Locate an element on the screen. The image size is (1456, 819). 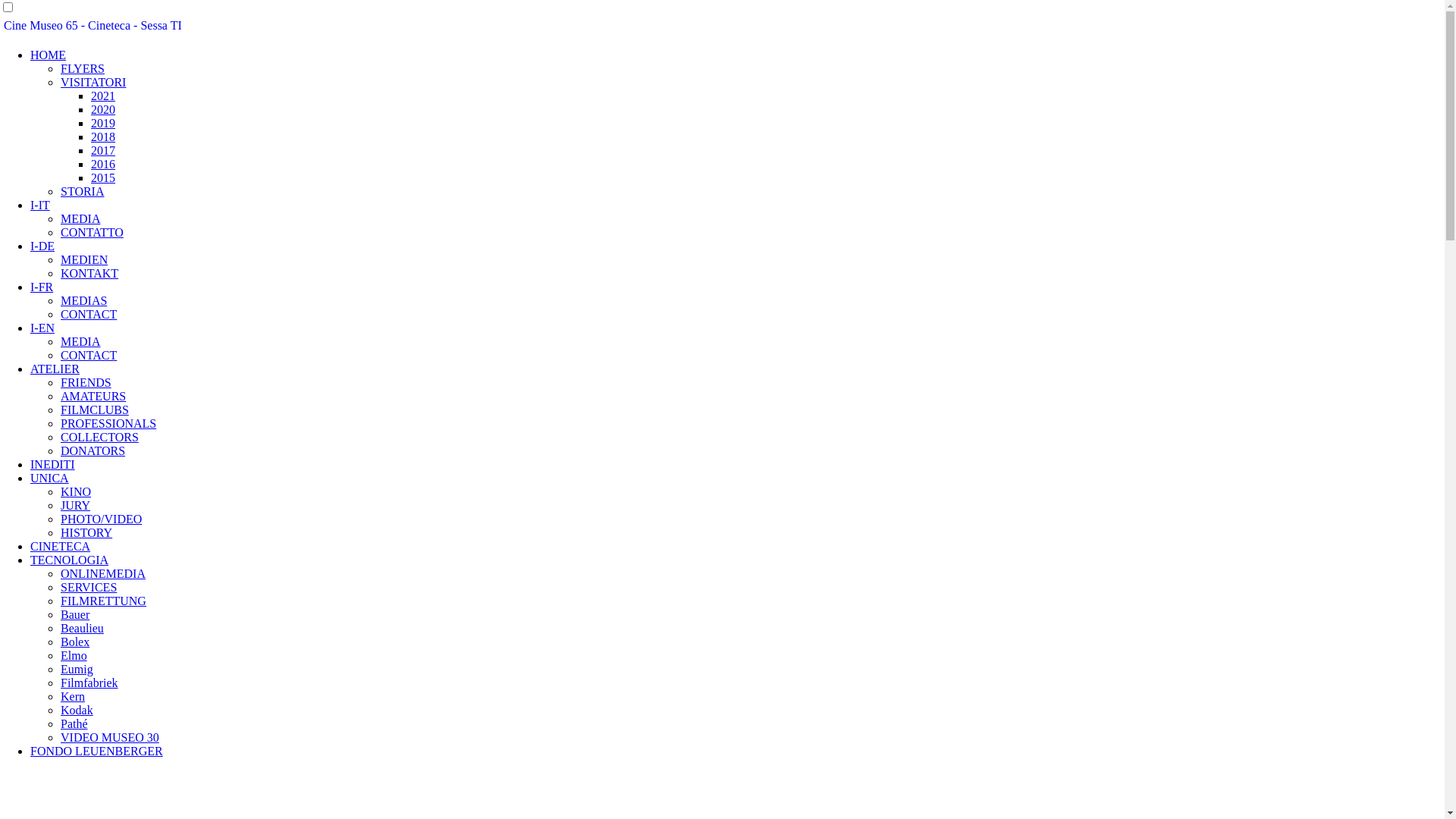
'FONDO LEUENBERGER' is located at coordinates (30, 751).